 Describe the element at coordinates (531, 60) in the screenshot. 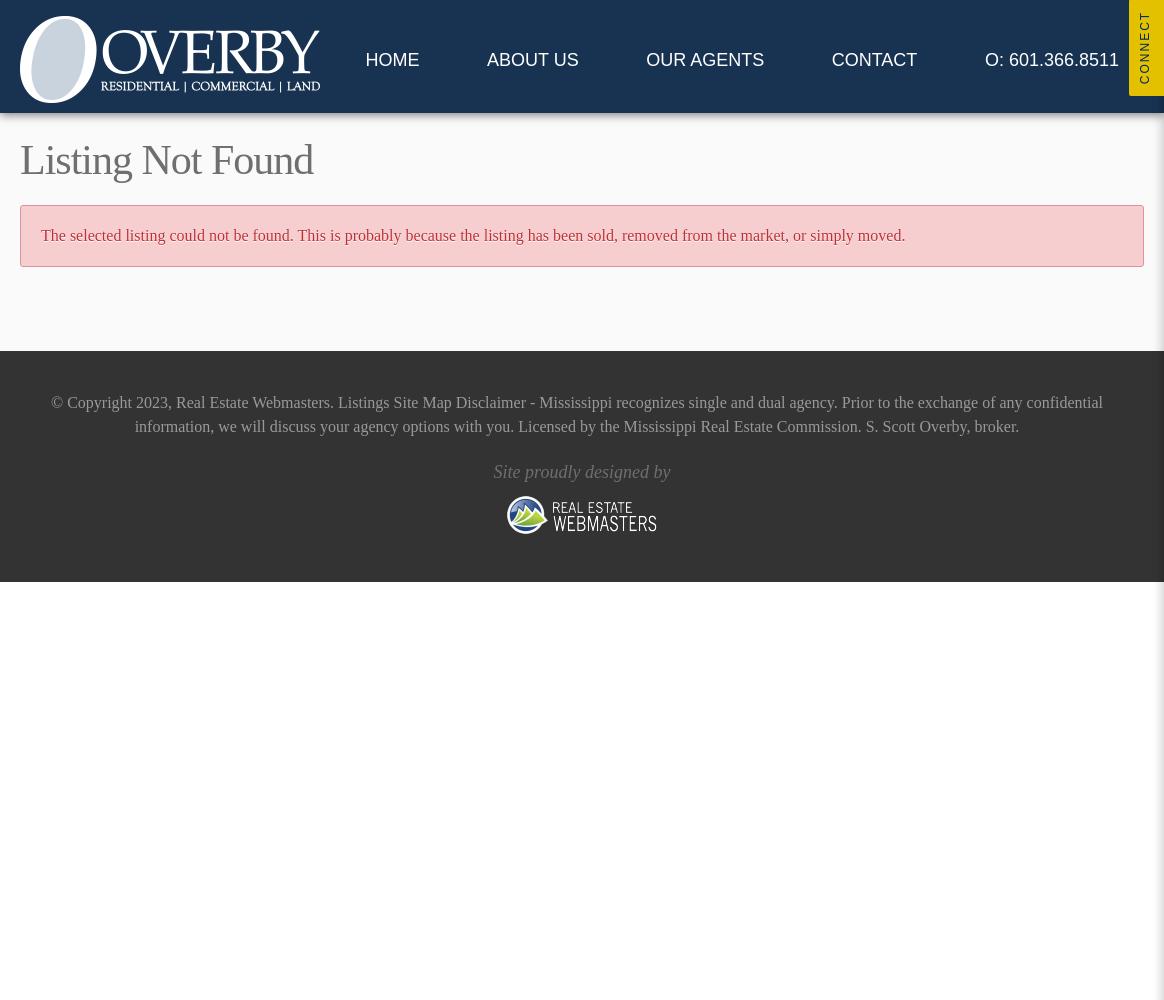

I see `'About Us'` at that location.